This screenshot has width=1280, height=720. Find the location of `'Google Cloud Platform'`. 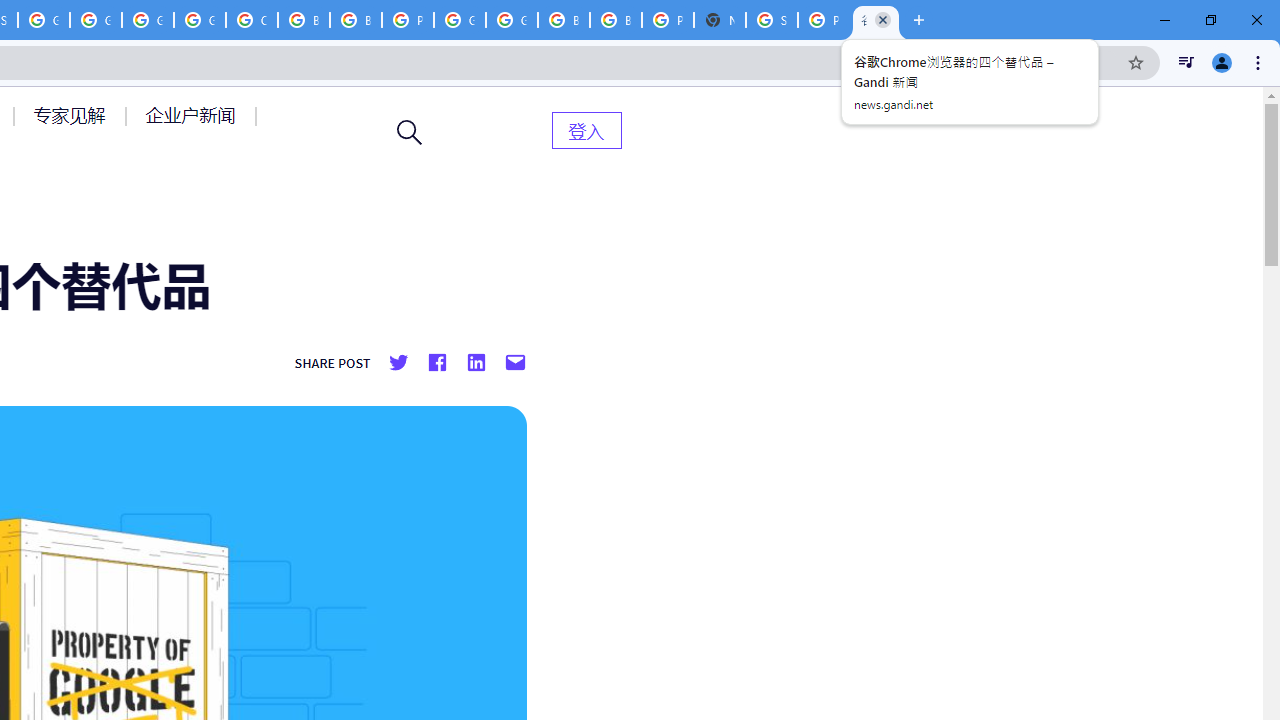

'Google Cloud Platform' is located at coordinates (459, 20).